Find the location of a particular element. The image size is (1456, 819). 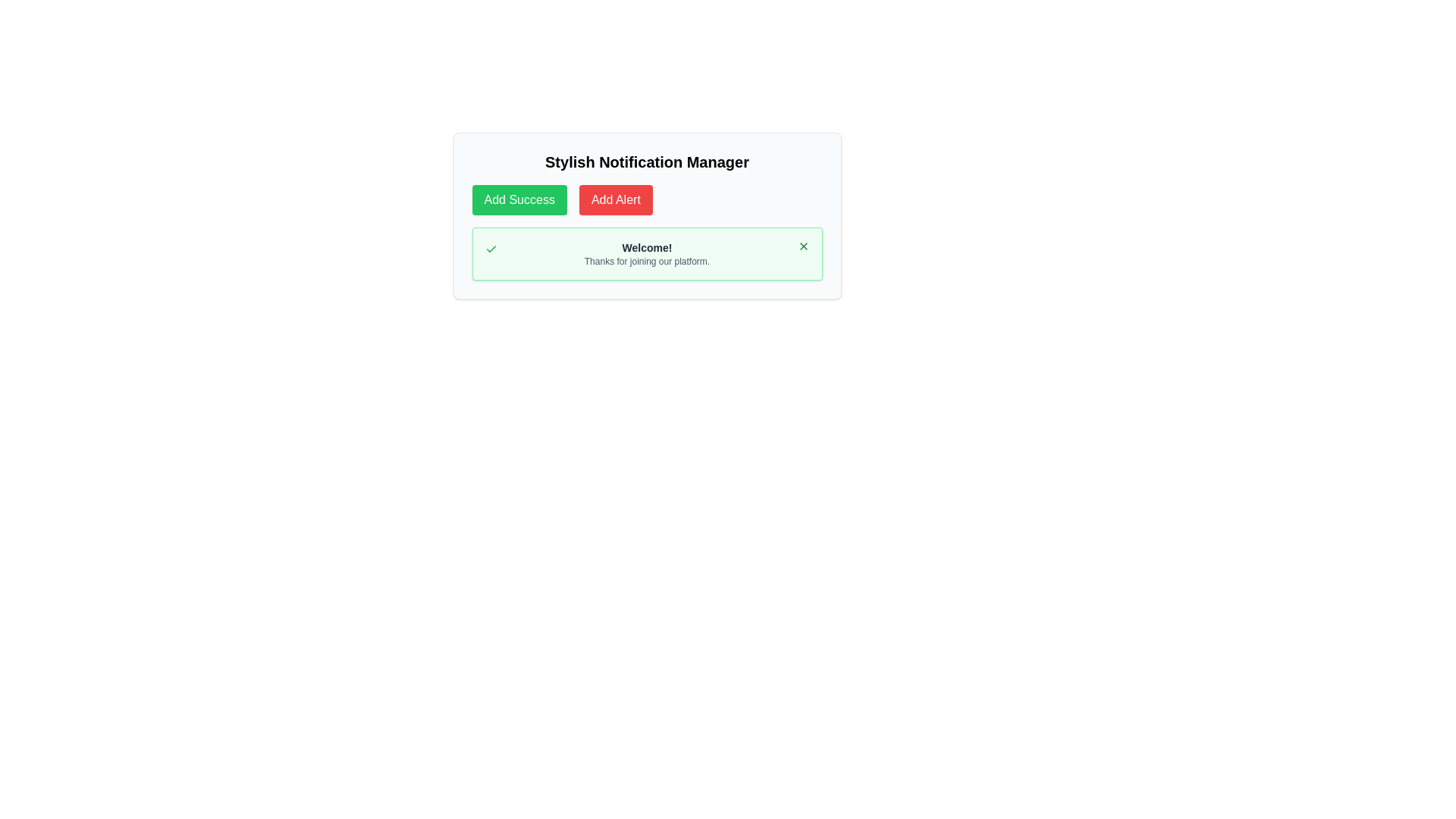

the Text block element that says 'Welcome!' in bold, located centrally within a green-tinted notification box is located at coordinates (647, 253).